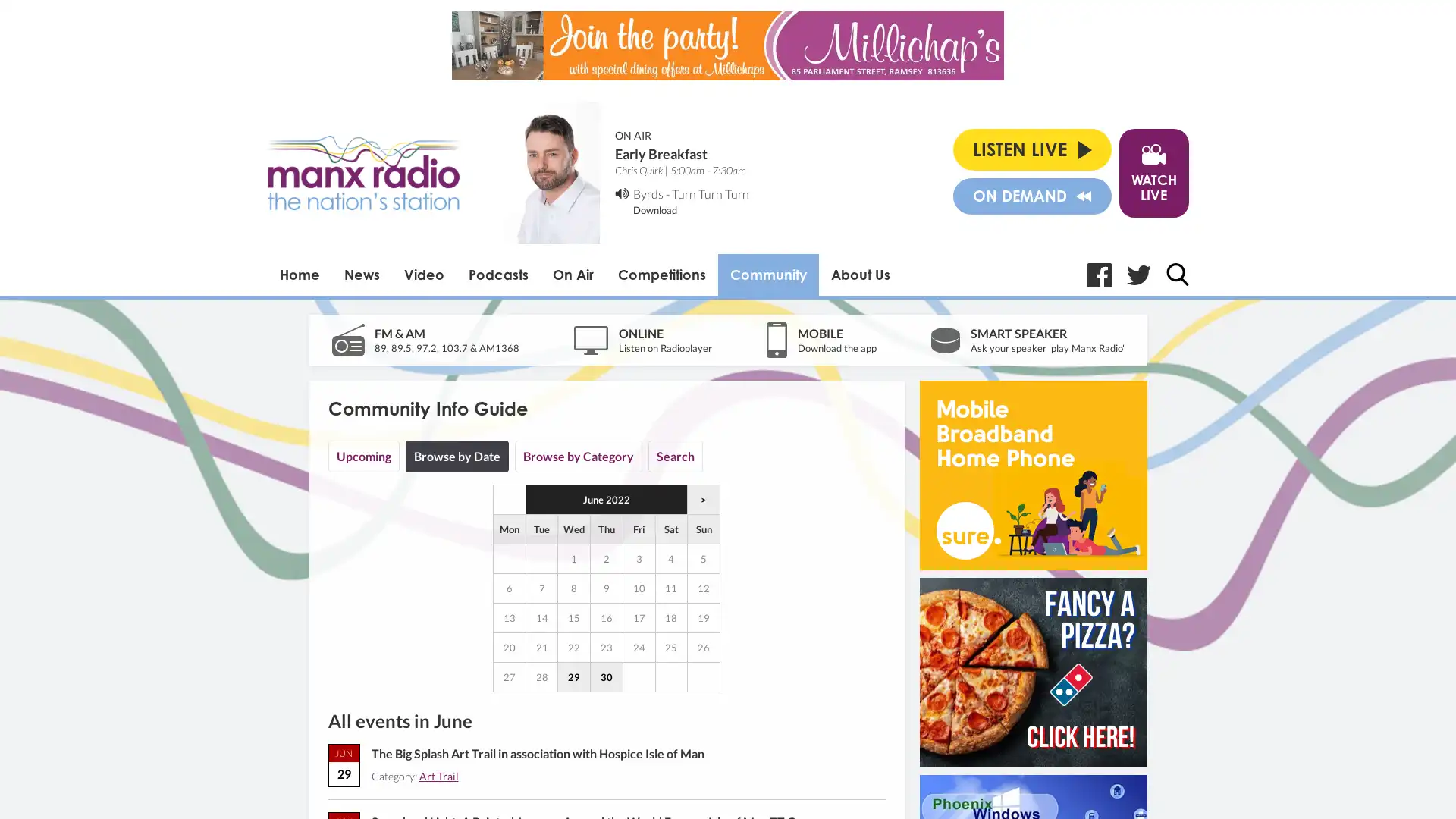 The height and width of the screenshot is (819, 1456). What do you see at coordinates (1175, 274) in the screenshot?
I see `Toggle Search Visibility` at bounding box center [1175, 274].